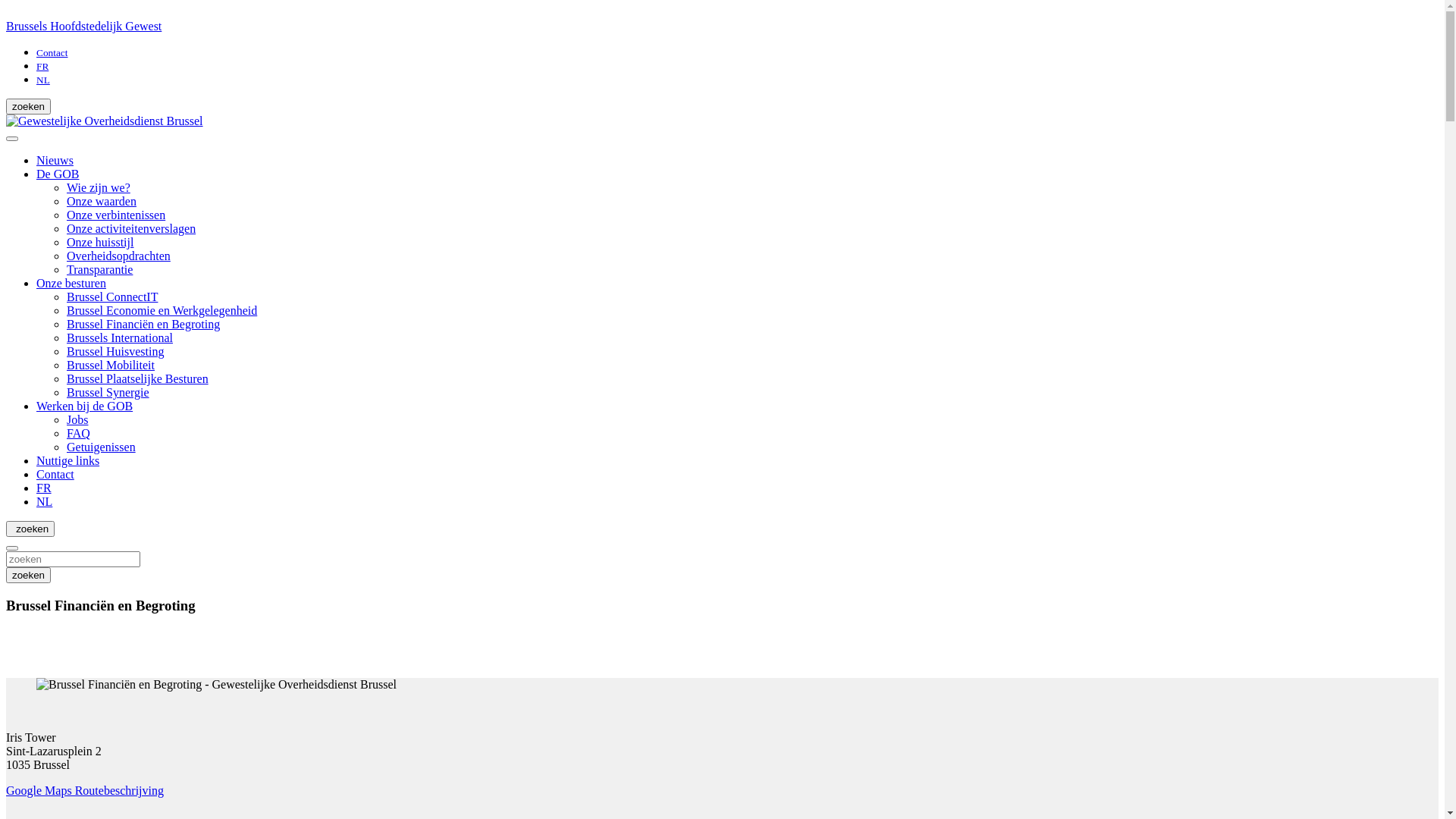 Image resolution: width=1456 pixels, height=819 pixels. Describe the element at coordinates (58, 173) in the screenshot. I see `'De GOB'` at that location.